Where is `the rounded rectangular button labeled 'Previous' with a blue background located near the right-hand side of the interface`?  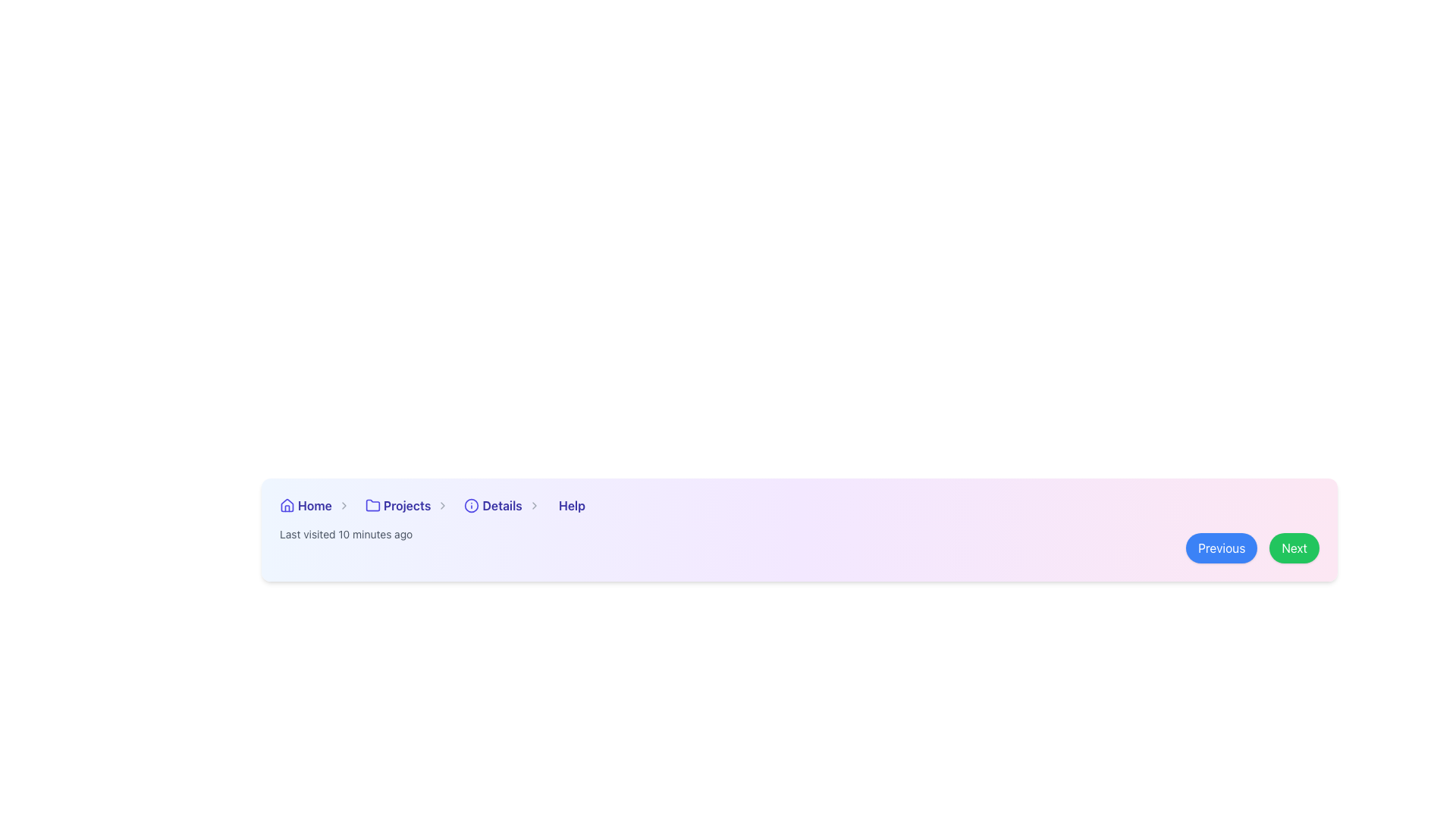
the rounded rectangular button labeled 'Previous' with a blue background located near the right-hand side of the interface is located at coordinates (1222, 548).